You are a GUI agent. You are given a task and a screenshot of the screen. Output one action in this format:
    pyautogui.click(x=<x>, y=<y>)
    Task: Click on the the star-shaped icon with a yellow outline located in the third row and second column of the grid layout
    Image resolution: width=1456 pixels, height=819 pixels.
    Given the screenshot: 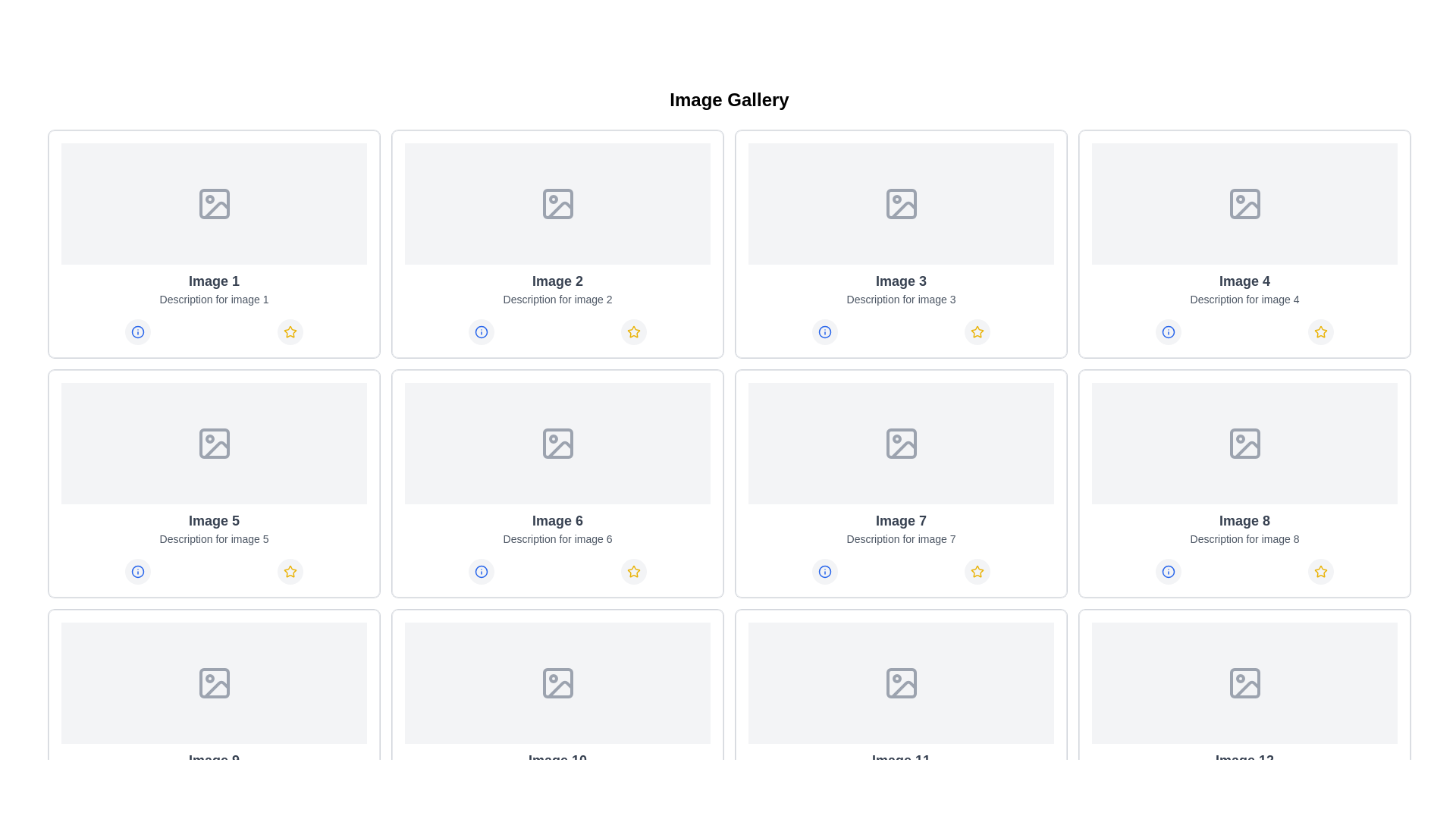 What is the action you would take?
    pyautogui.click(x=634, y=571)
    